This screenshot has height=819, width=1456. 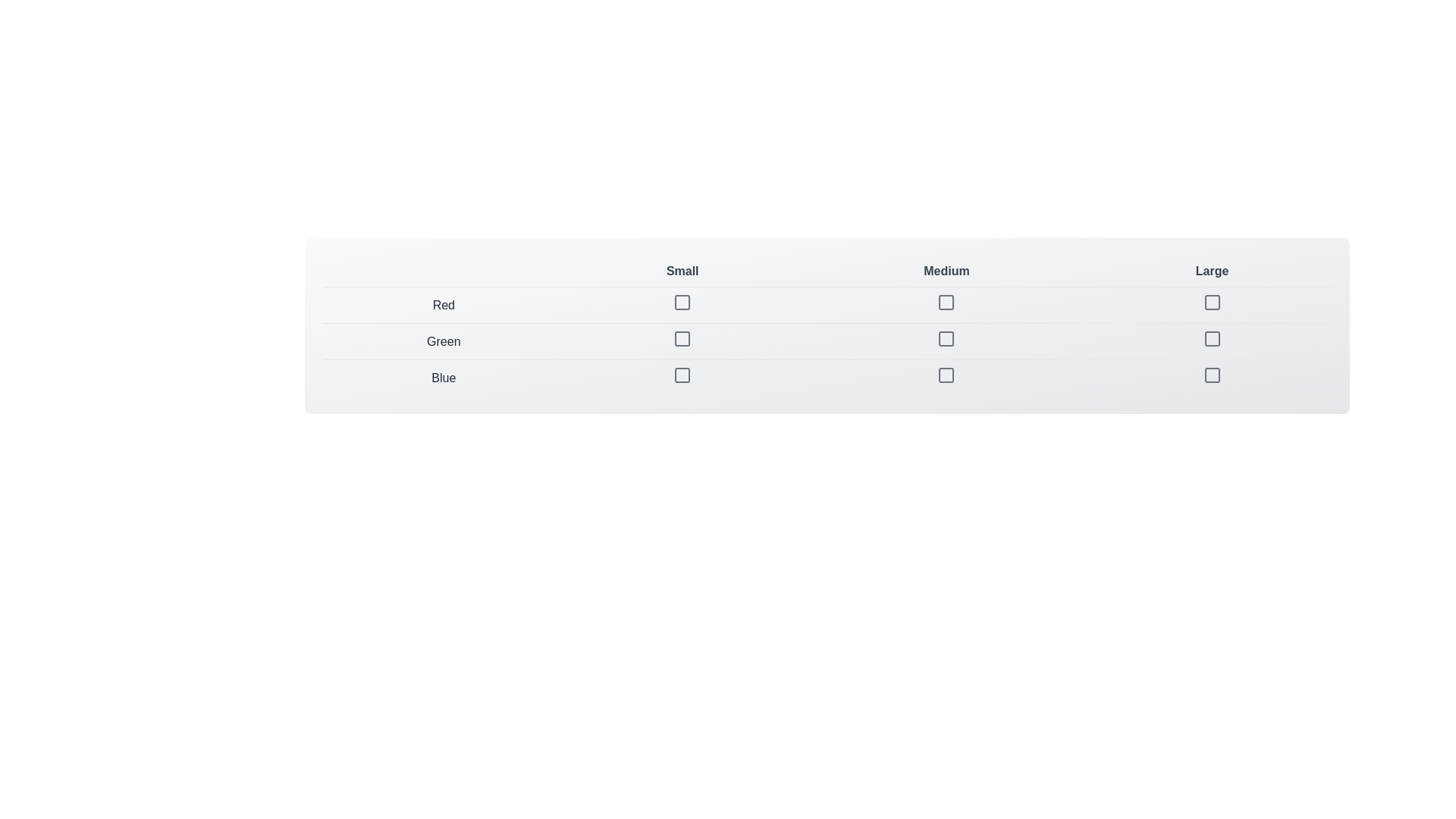 I want to click on the small, square-shaped checkbox with rounded corners located in the second row and third column under the 'Medium' column heading beside the label 'Green', so click(x=946, y=338).